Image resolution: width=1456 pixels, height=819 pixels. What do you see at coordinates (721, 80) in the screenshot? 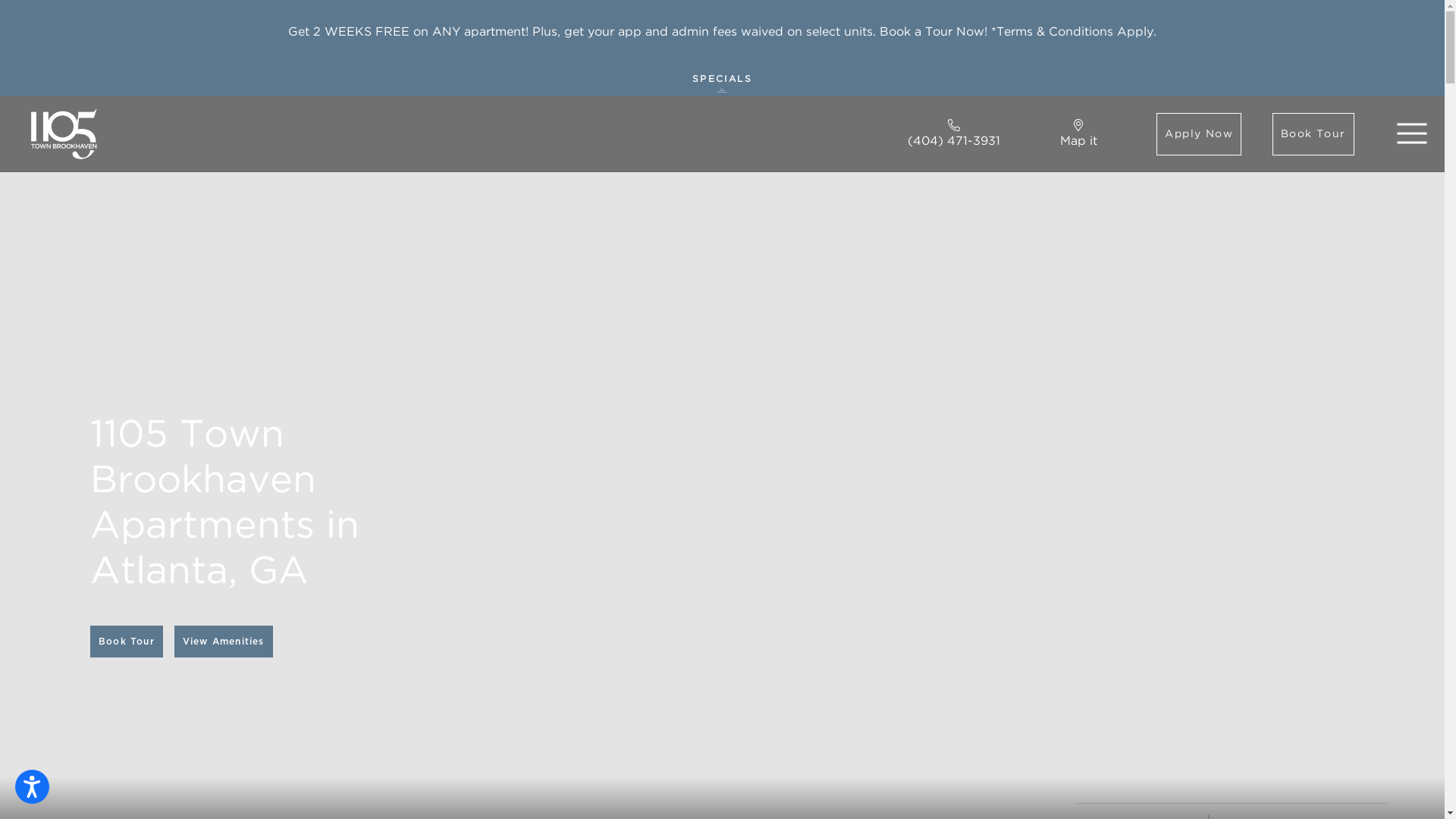
I see `'SPECIALS'` at bounding box center [721, 80].